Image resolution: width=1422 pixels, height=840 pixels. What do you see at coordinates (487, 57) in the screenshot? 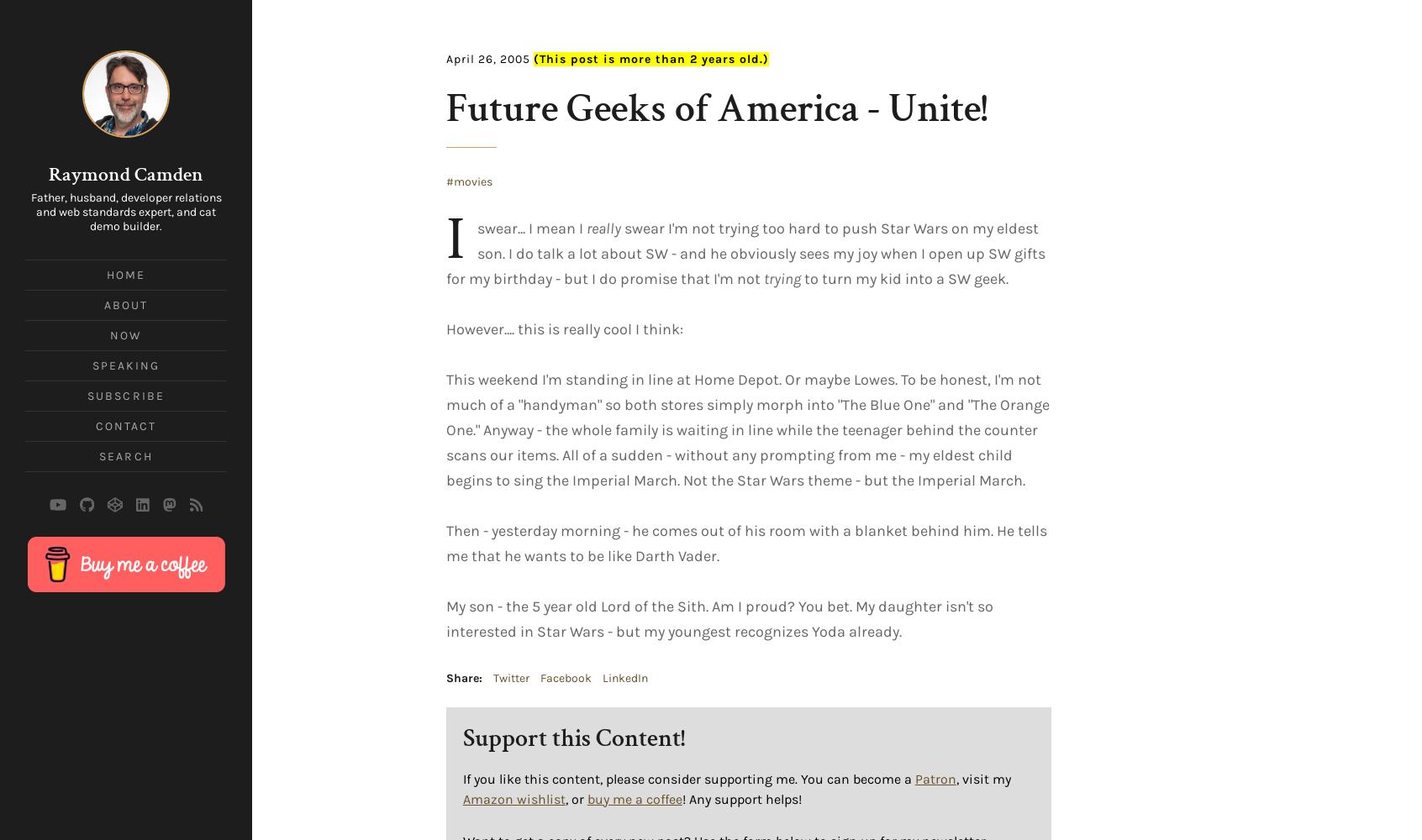
I see `'April 26, 2005'` at bounding box center [487, 57].